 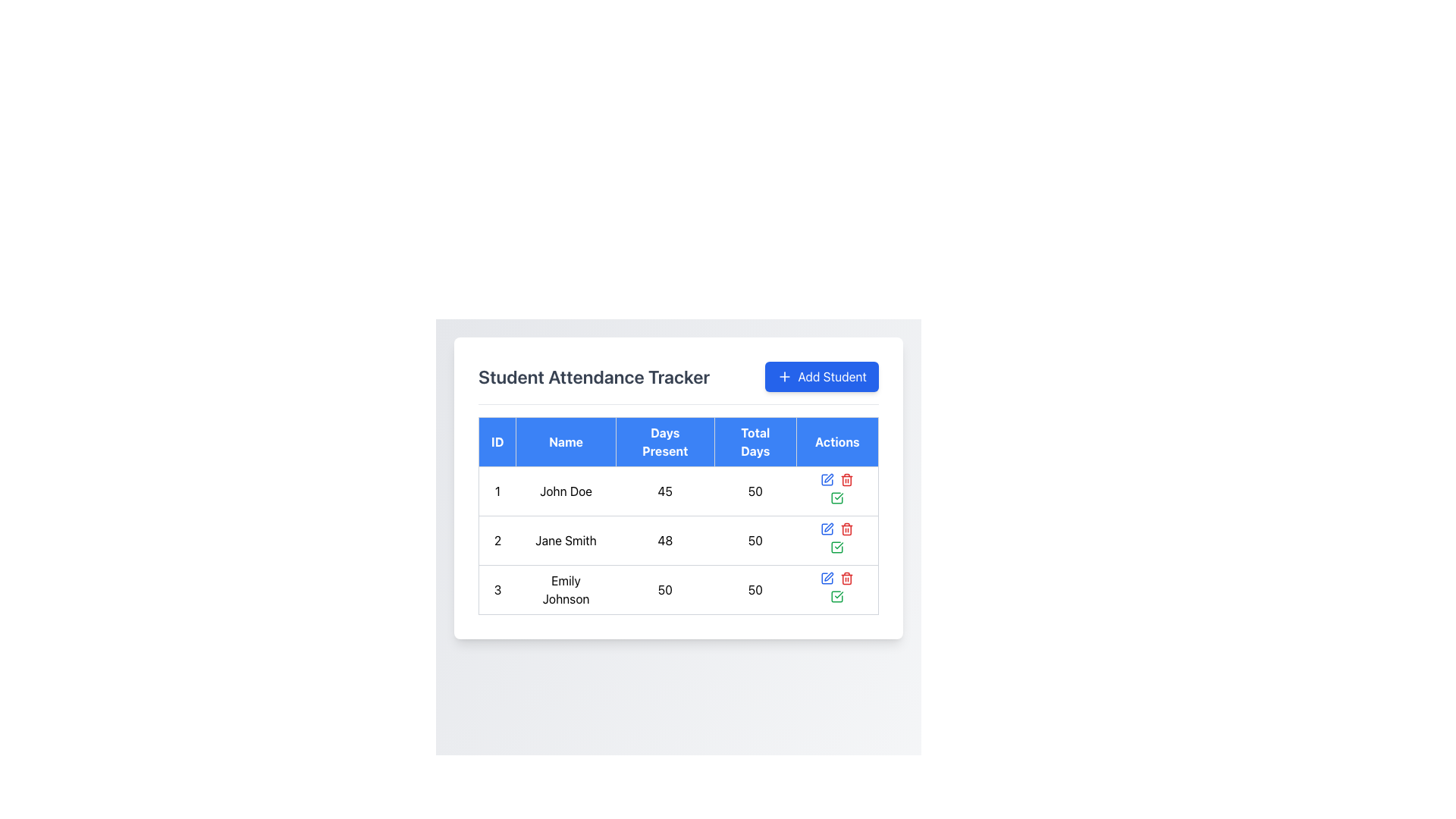 I want to click on the edit icon in the 'Actions' column of the second row corresponding to the 'Jane Smith' entry, so click(x=828, y=478).